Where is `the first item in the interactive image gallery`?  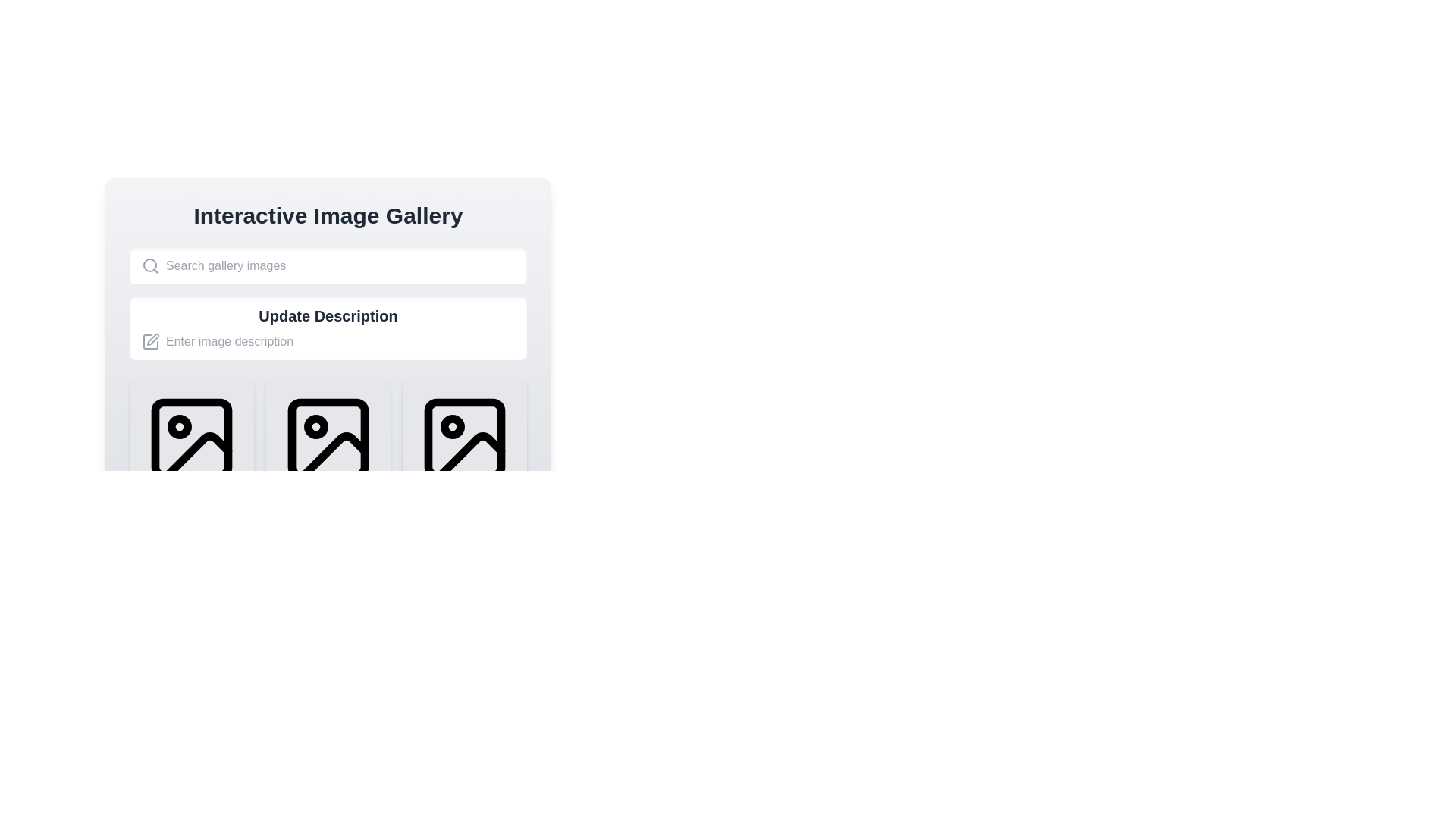
the first item in the interactive image gallery is located at coordinates (191, 461).